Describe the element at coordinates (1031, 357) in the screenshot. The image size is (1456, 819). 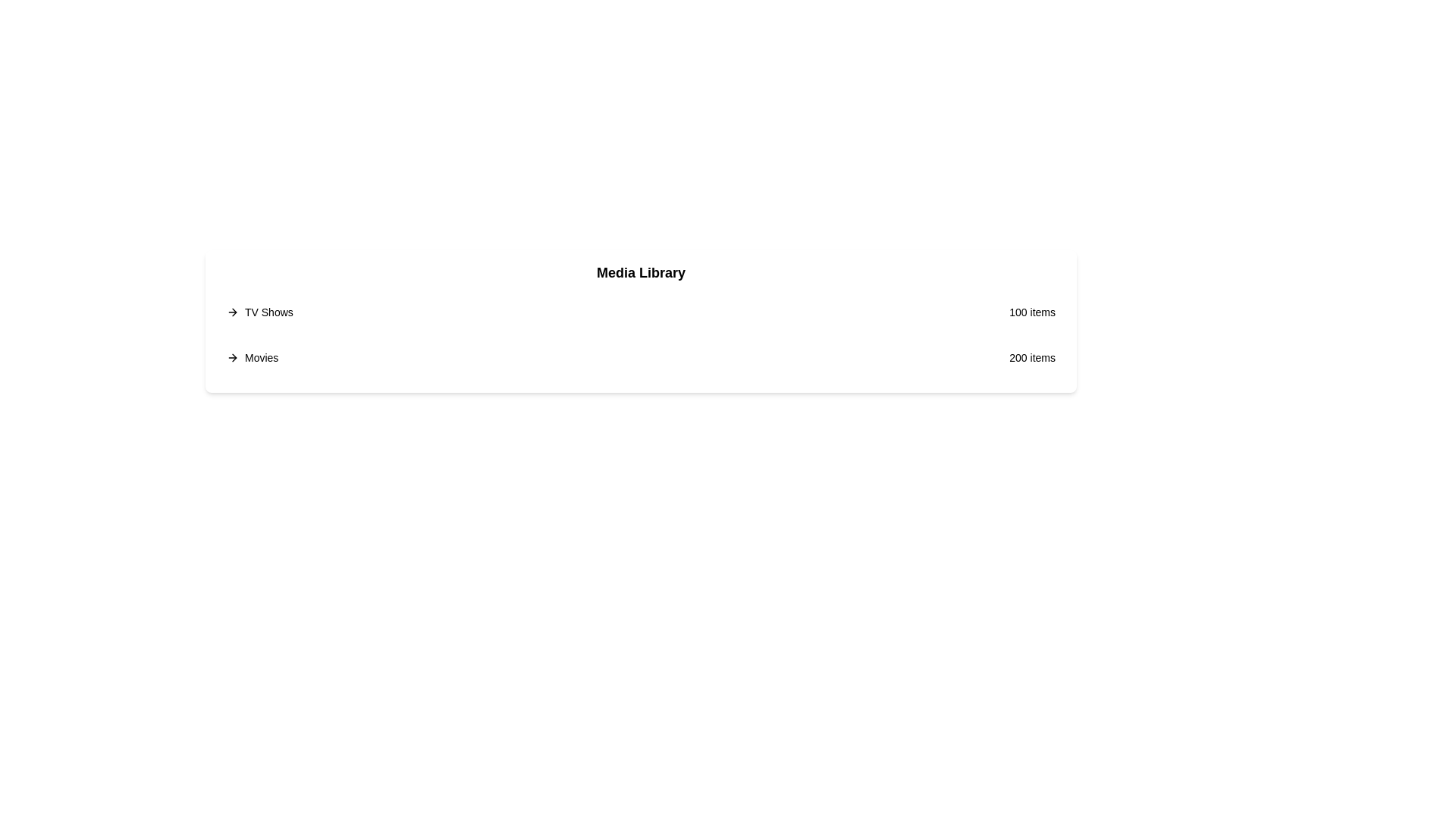
I see `the Text label displaying '200 items' located in the bottom right corner of the 'Movies' section` at that location.